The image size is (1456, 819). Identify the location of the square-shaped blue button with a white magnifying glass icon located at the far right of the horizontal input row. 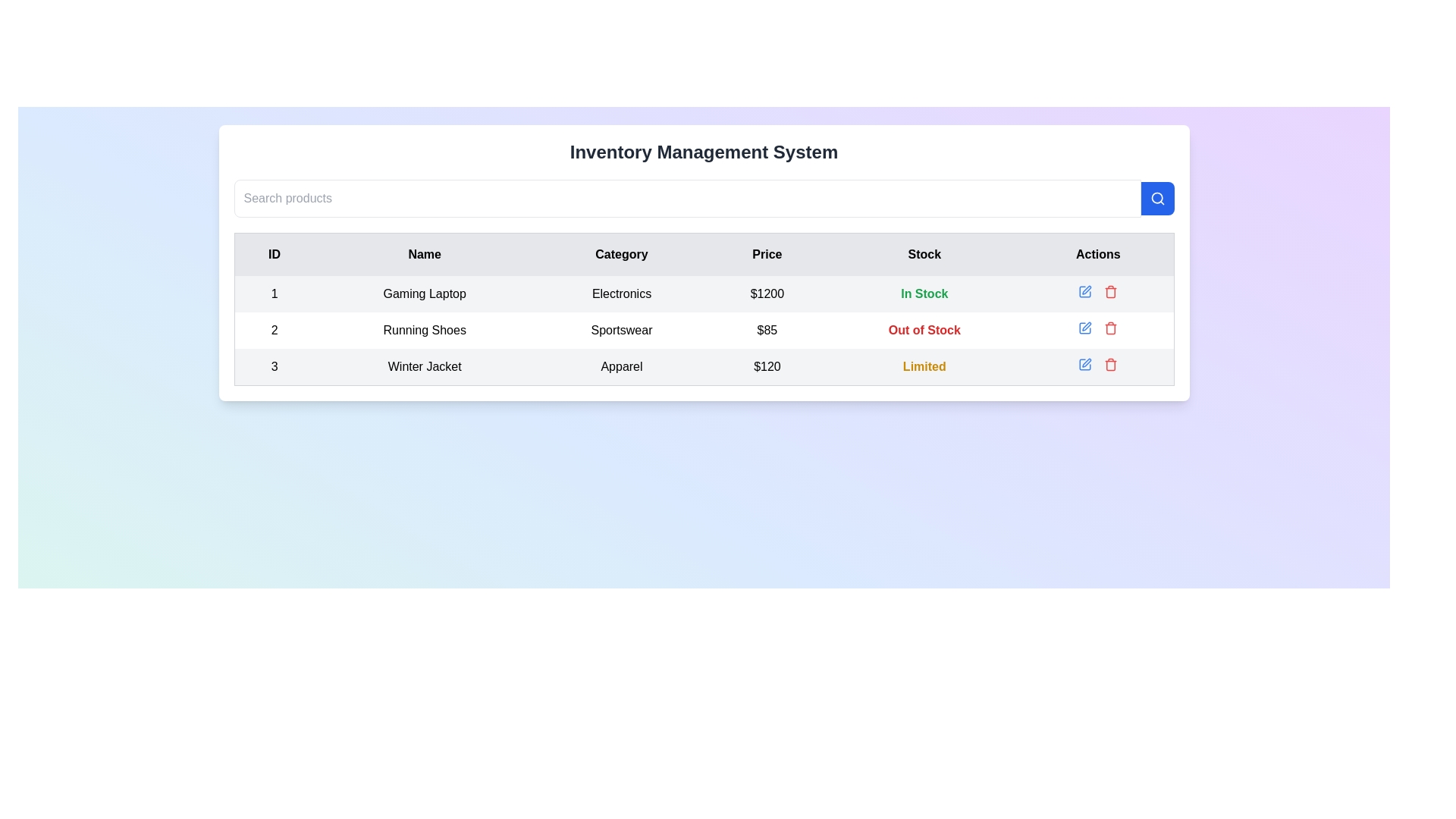
(1156, 198).